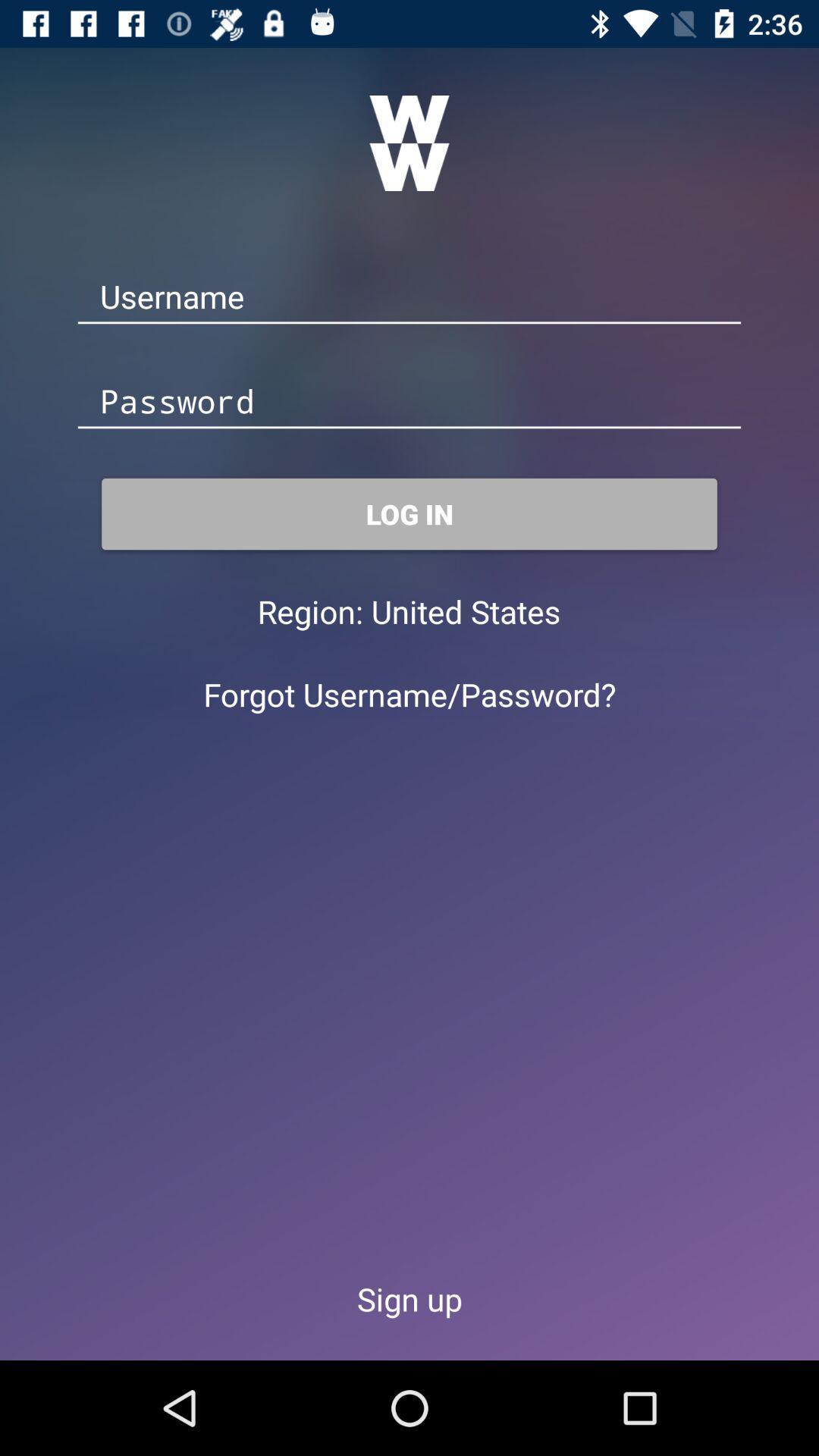 The width and height of the screenshot is (819, 1456). Describe the element at coordinates (409, 1298) in the screenshot. I see `the icon below forgot username/password?` at that location.